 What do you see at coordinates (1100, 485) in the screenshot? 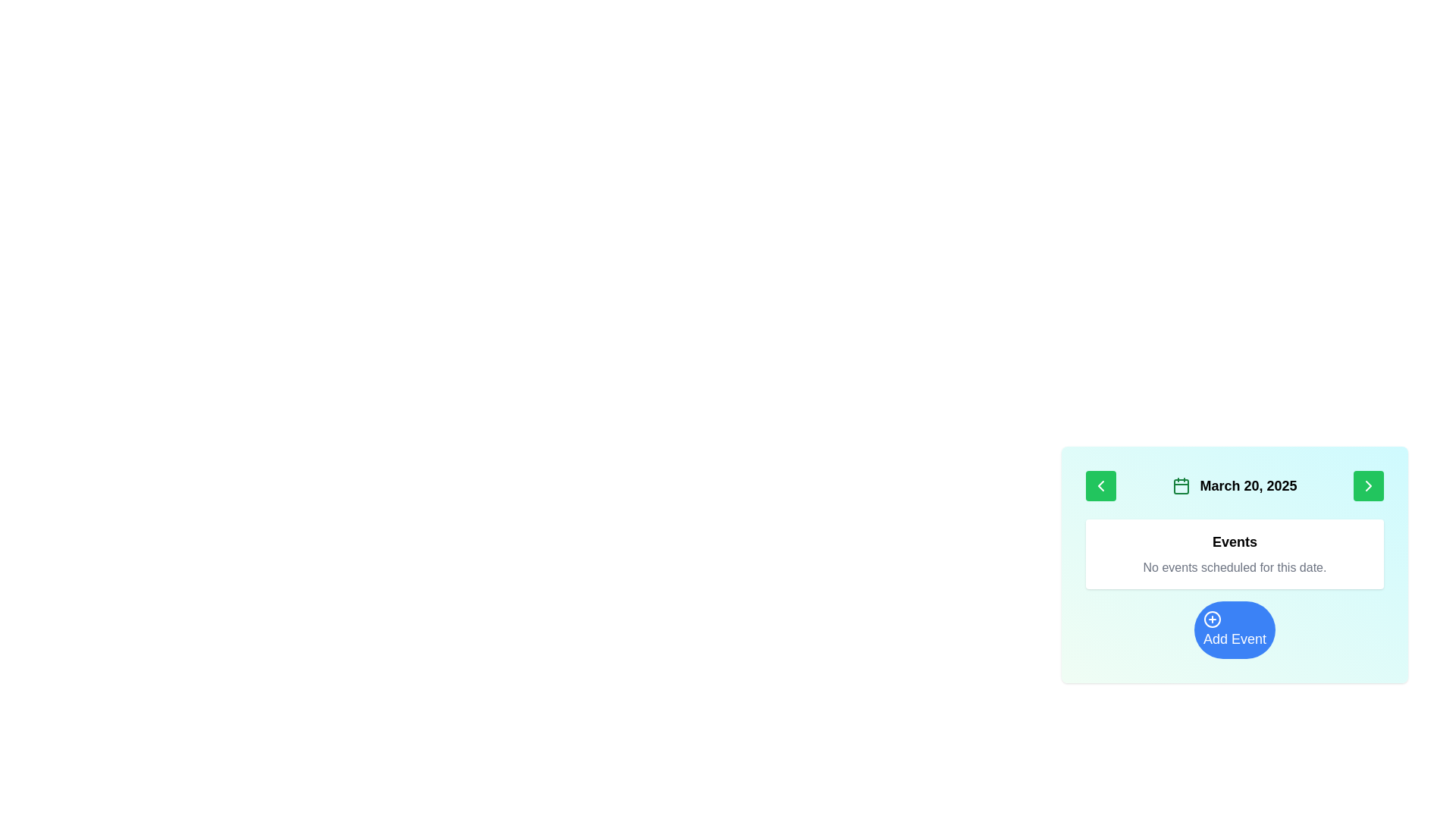
I see `the navigational icon located in the navigation bar, which is the first icon from the left` at bounding box center [1100, 485].